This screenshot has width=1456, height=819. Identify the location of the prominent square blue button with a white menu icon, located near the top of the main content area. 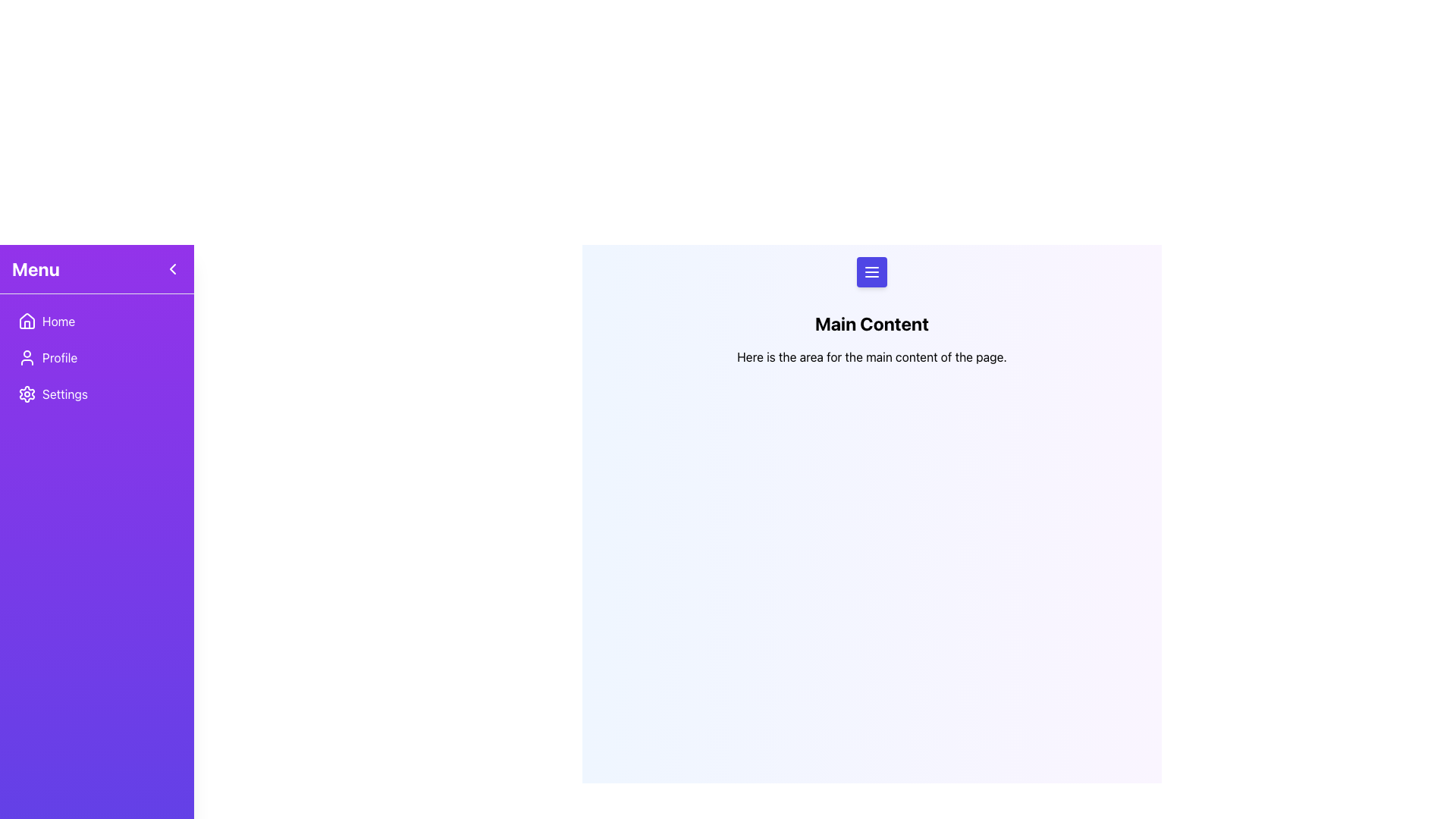
(872, 271).